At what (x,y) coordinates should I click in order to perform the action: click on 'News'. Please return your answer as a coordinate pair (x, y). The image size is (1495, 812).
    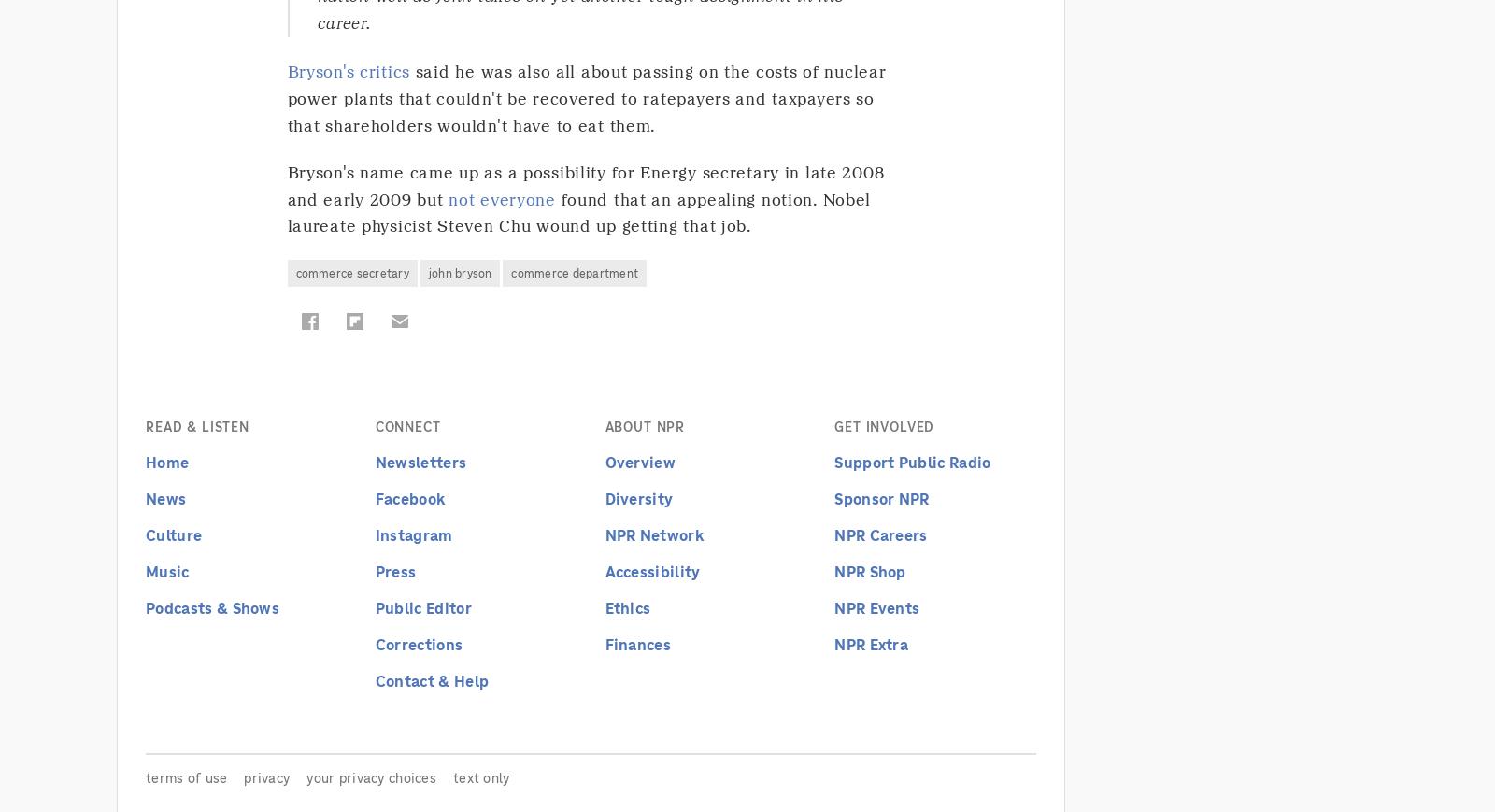
    Looking at the image, I should click on (164, 497).